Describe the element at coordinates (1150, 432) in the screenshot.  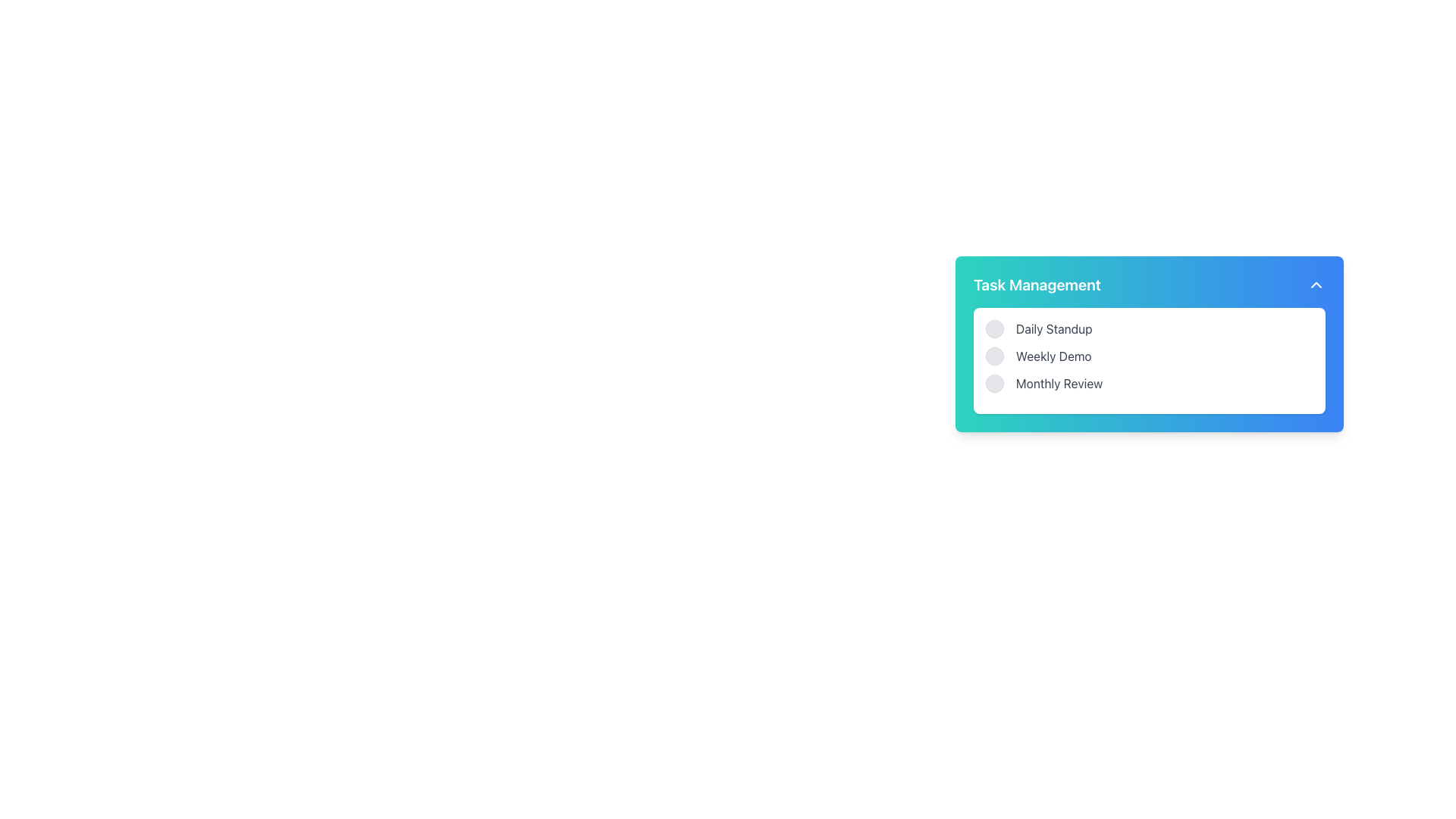
I see `the downward-pointing arrow on the 'Task Management' dropdown panel` at that location.